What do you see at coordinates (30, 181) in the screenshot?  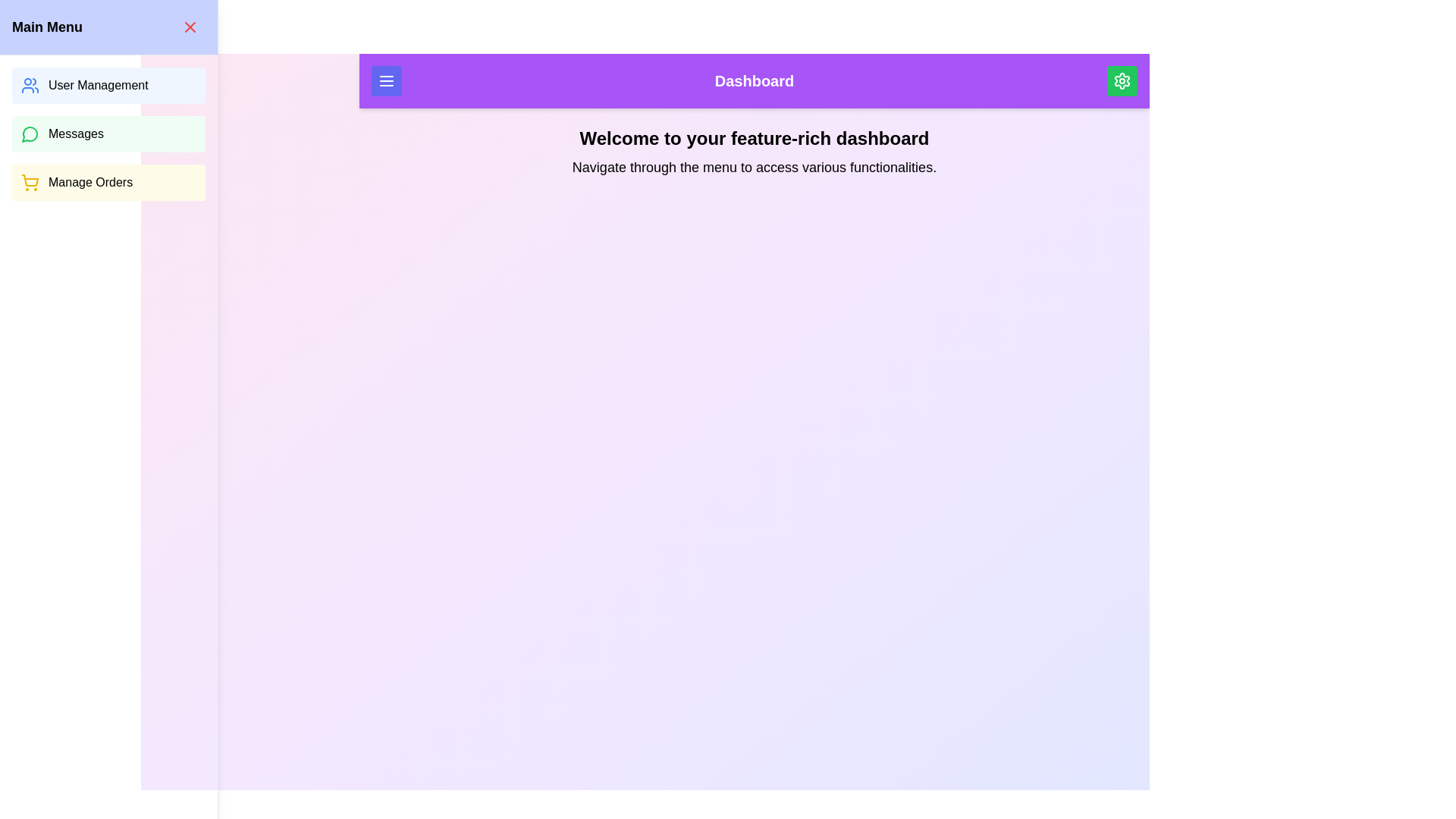 I see `the shopping cart icon, which is a bold yellow wireframe cart located to the left of the 'Manage Orders' text in the vertical menu list` at bounding box center [30, 181].